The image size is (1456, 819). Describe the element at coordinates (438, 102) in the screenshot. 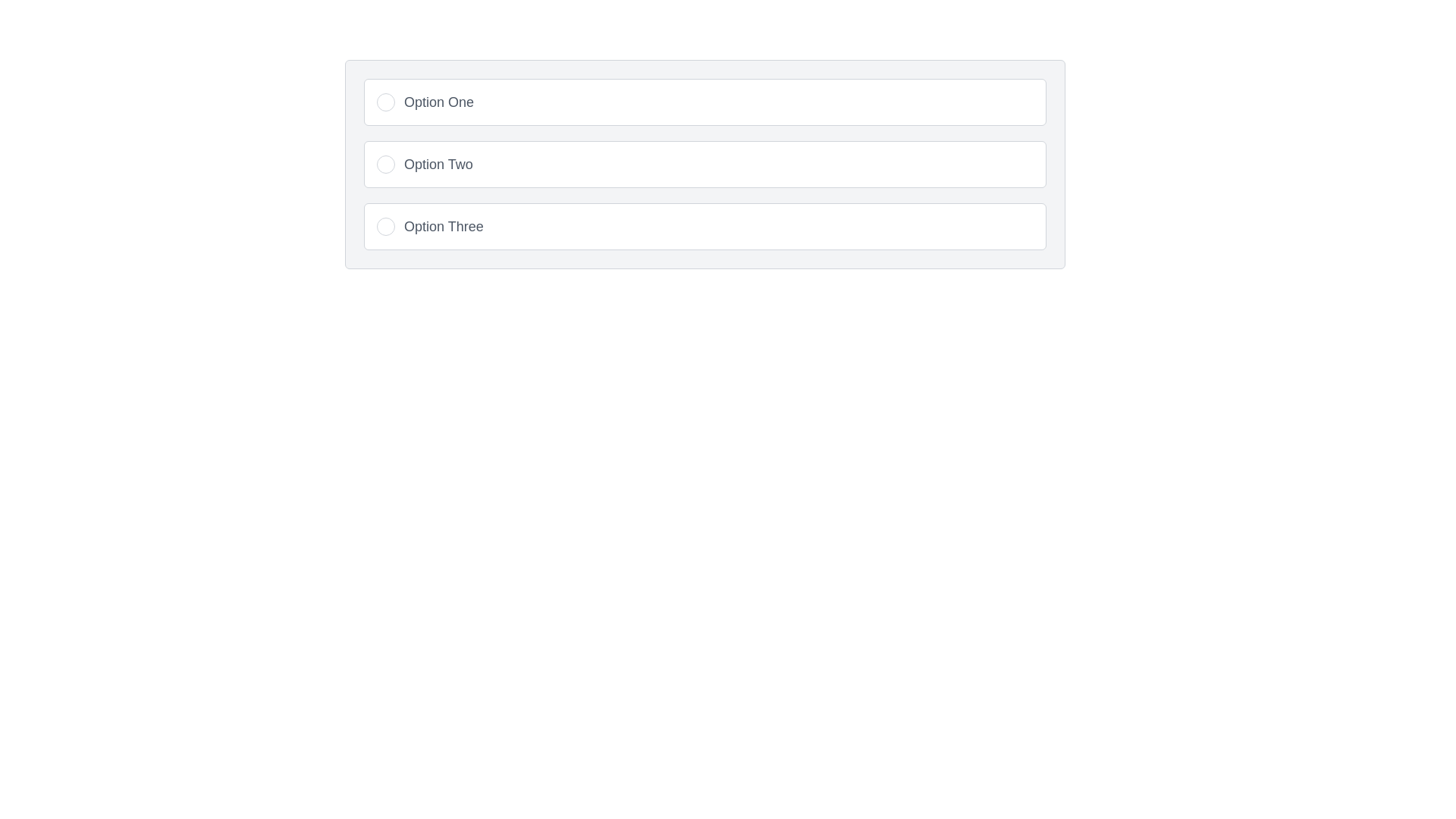

I see `the text label that reads 'Option One', which is styled in gray and positioned next to an unselected radio button in a vertical list` at that location.